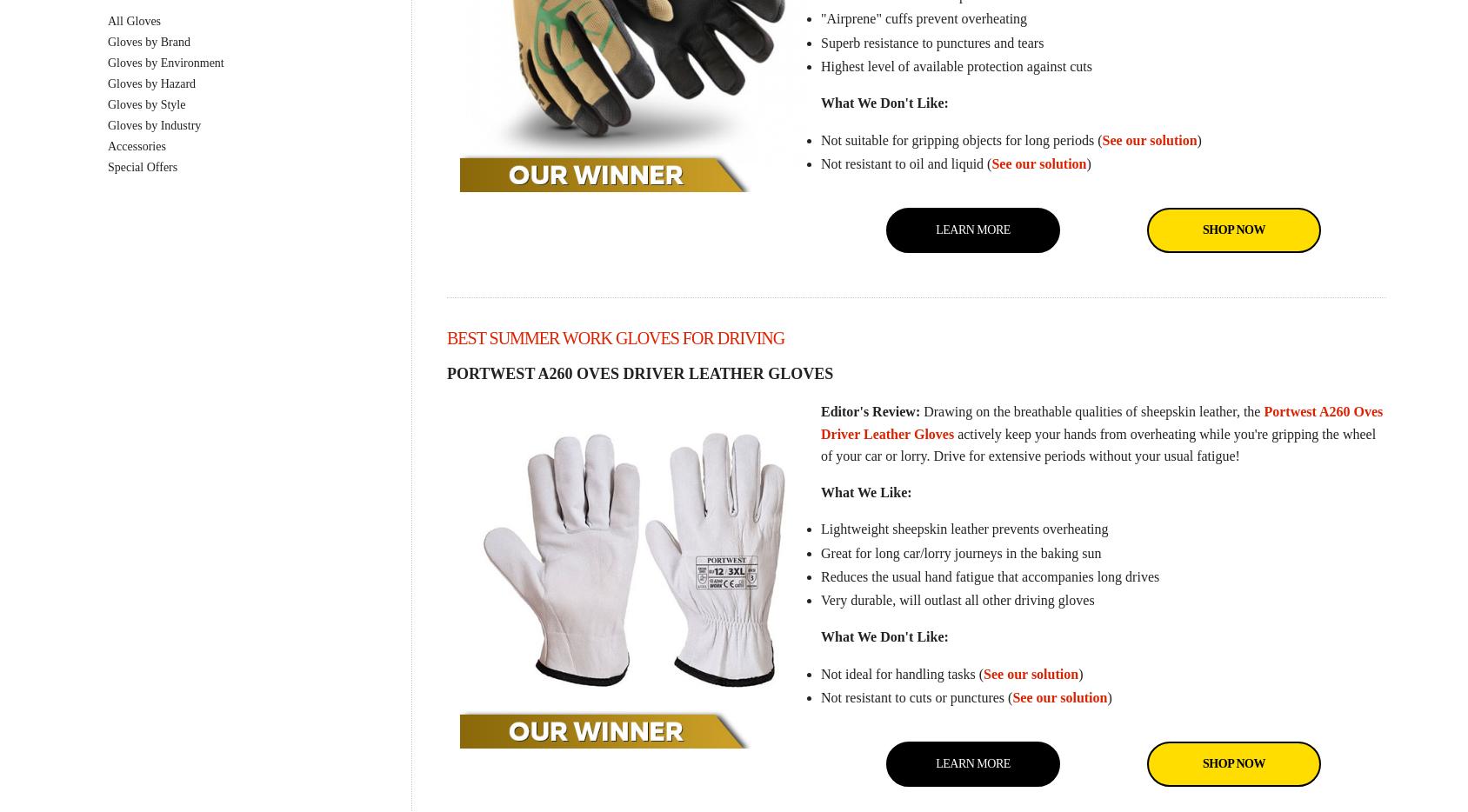 This screenshot has height=812, width=1468. Describe the element at coordinates (964, 529) in the screenshot. I see `'Lightweight sheepskin leather prevents overheating'` at that location.